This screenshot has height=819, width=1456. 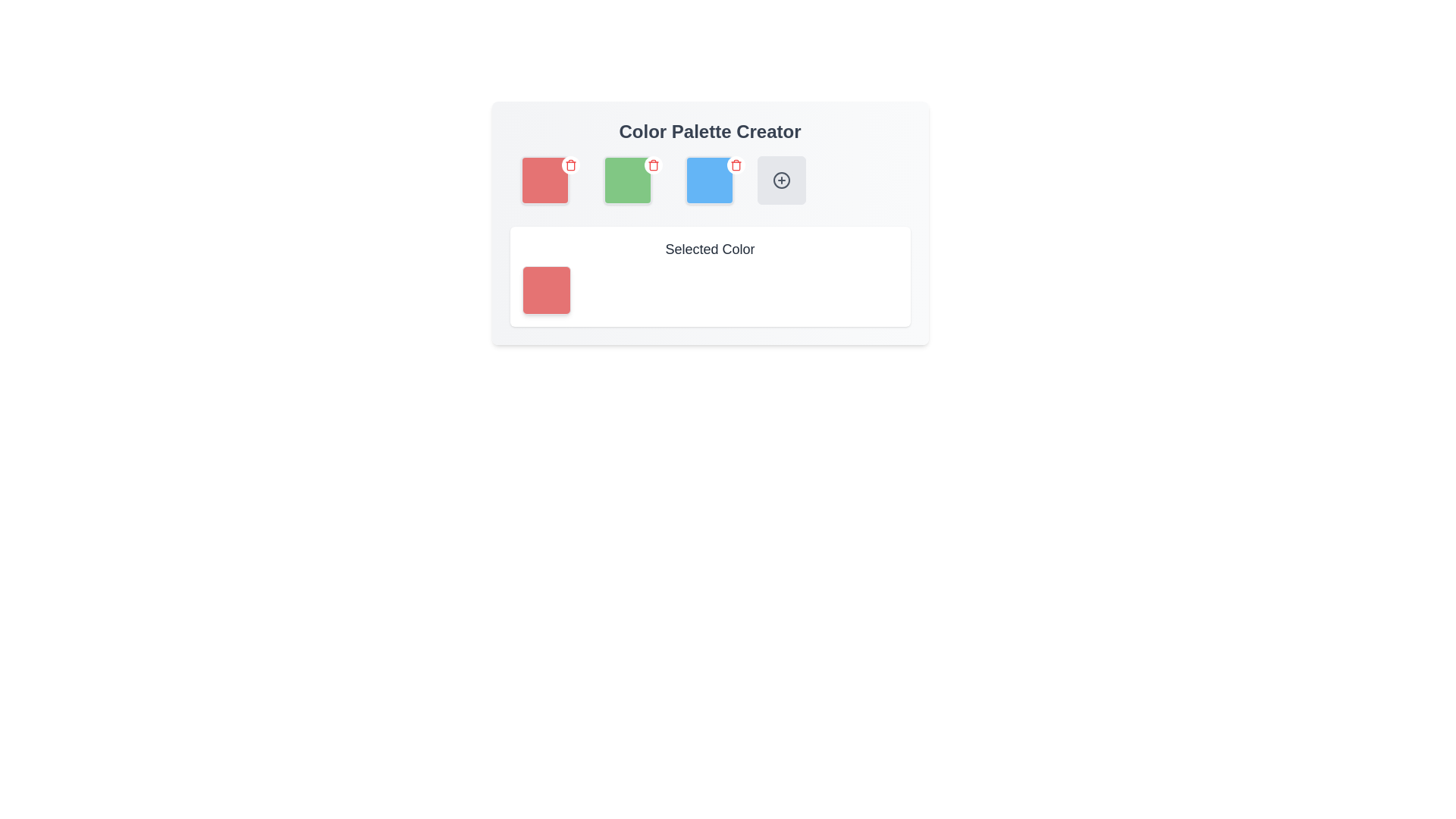 What do you see at coordinates (546, 290) in the screenshot?
I see `the Color Preview Box, which is a square-shaped block with rounded corners and a red background, positioned below the 'Selected Color' label` at bounding box center [546, 290].